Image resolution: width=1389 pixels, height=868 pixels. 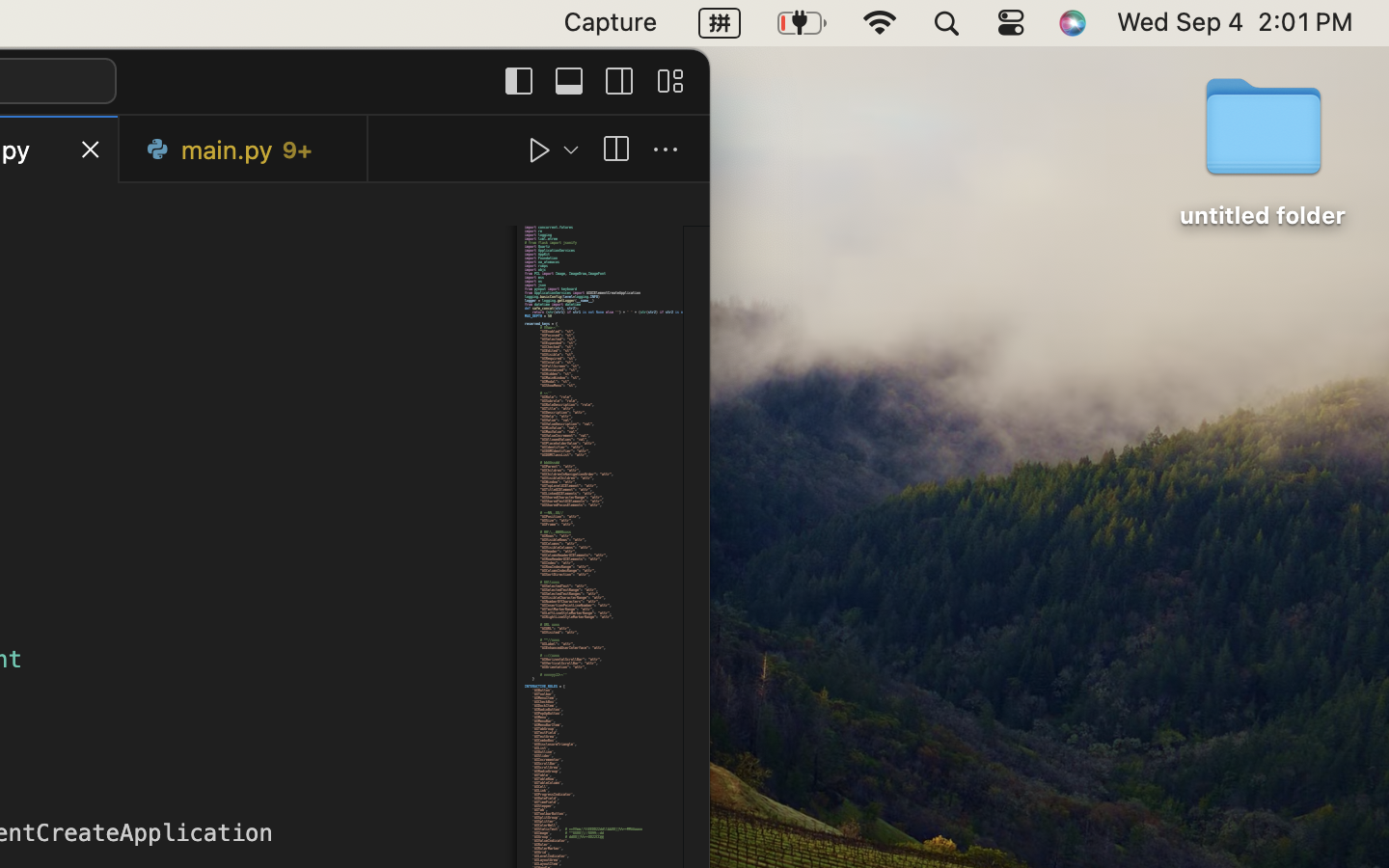 I want to click on '', so click(x=614, y=149).